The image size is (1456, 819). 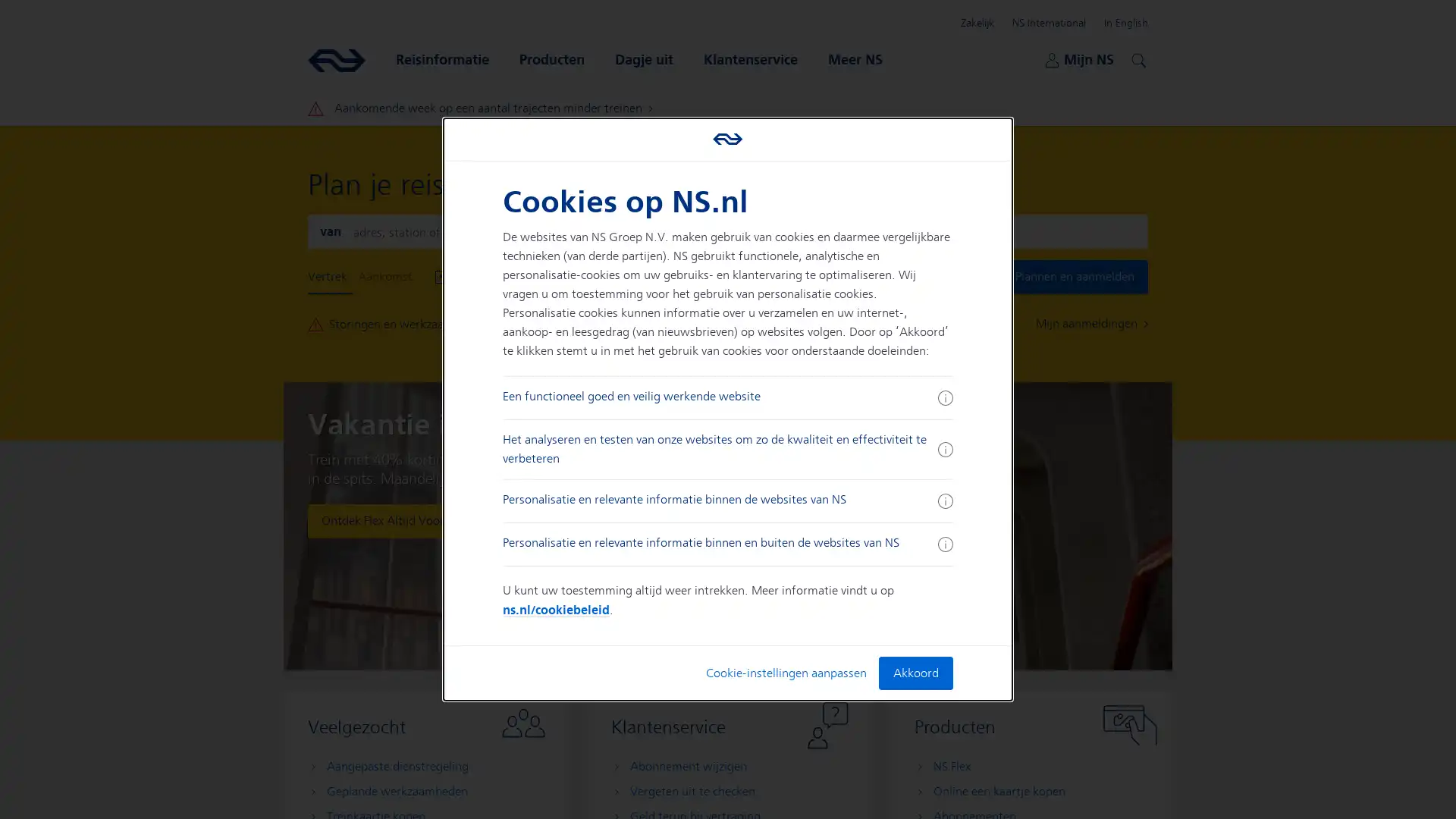 What do you see at coordinates (551, 58) in the screenshot?
I see `Producten Open submenu` at bounding box center [551, 58].